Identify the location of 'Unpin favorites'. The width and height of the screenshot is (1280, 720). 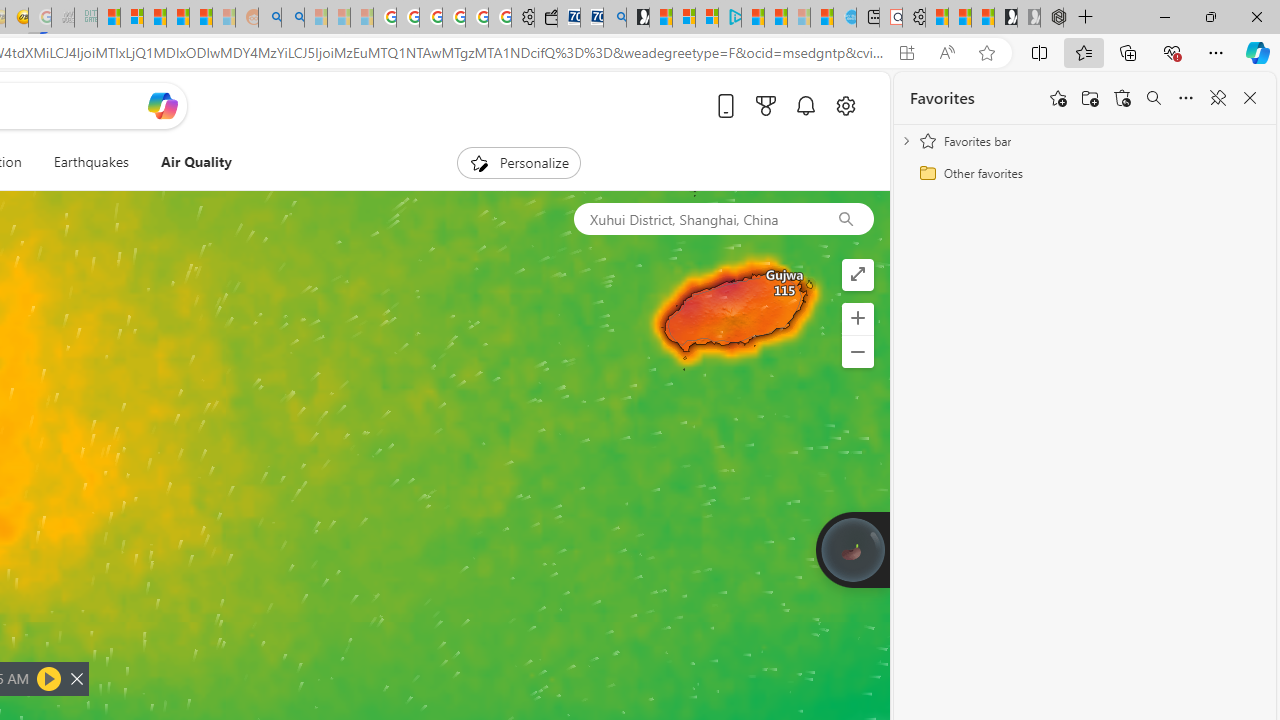
(1216, 98).